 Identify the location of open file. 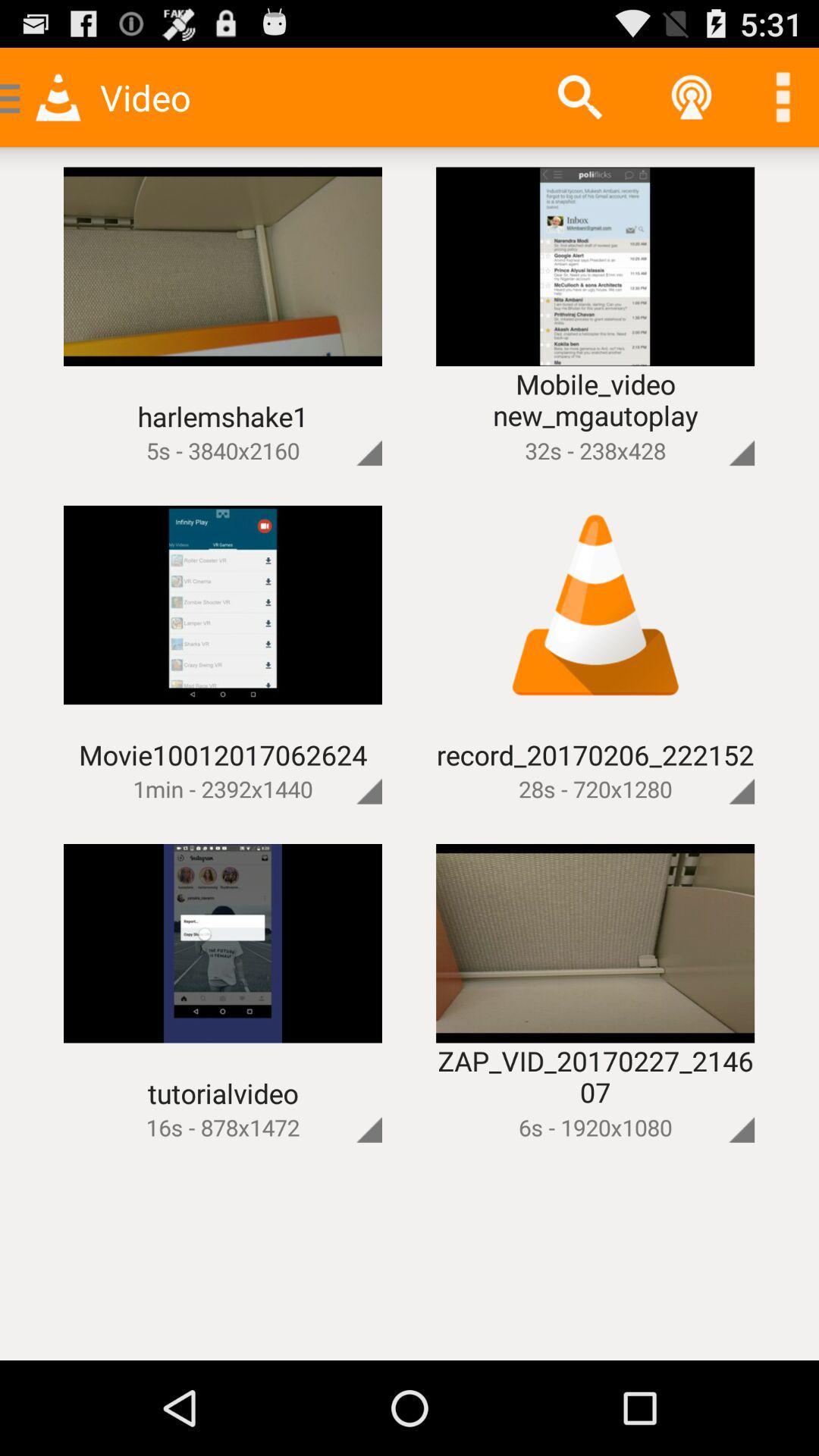
(716, 1104).